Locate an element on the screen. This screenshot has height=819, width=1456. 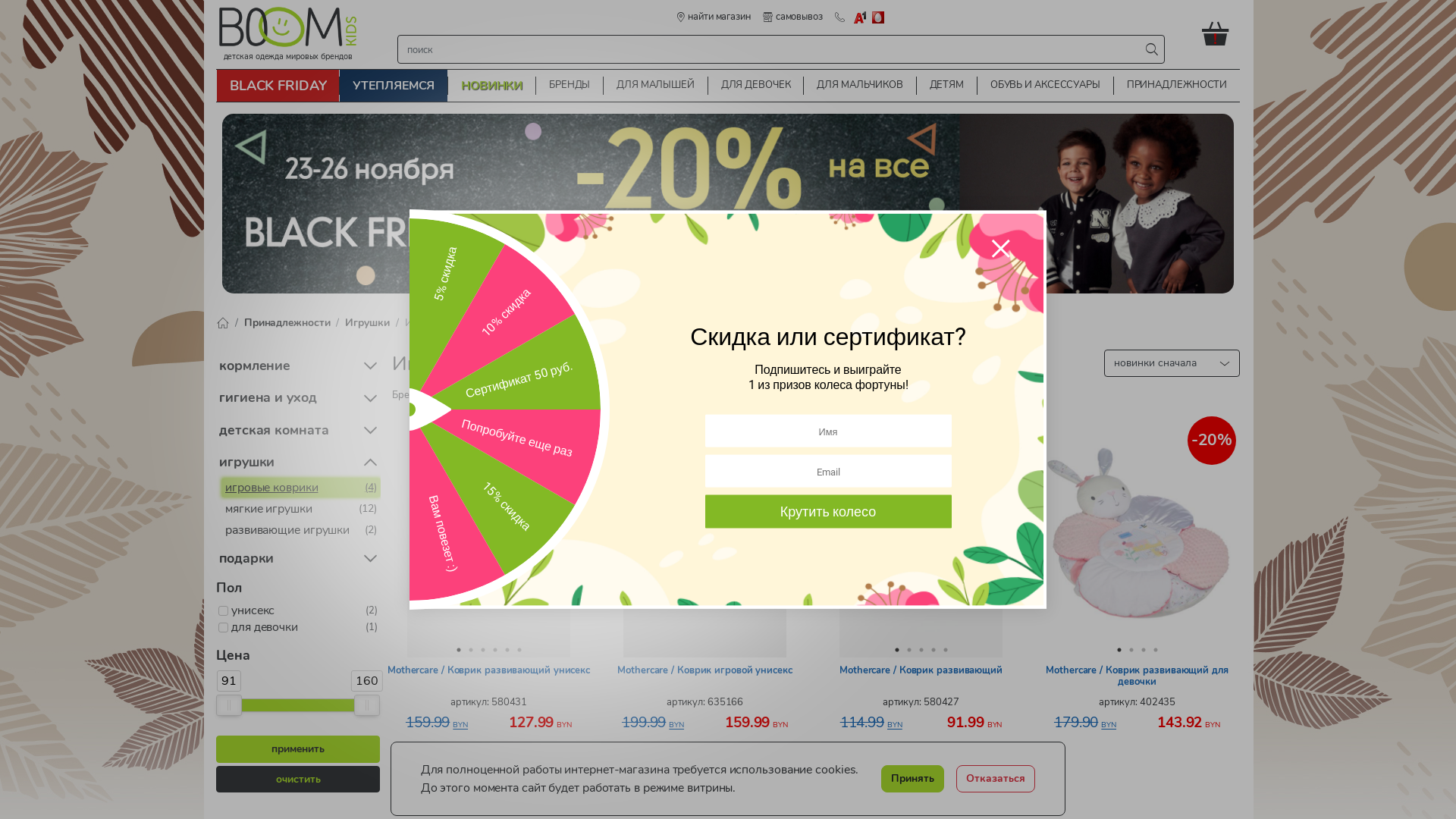
'6' is located at coordinates (519, 648).